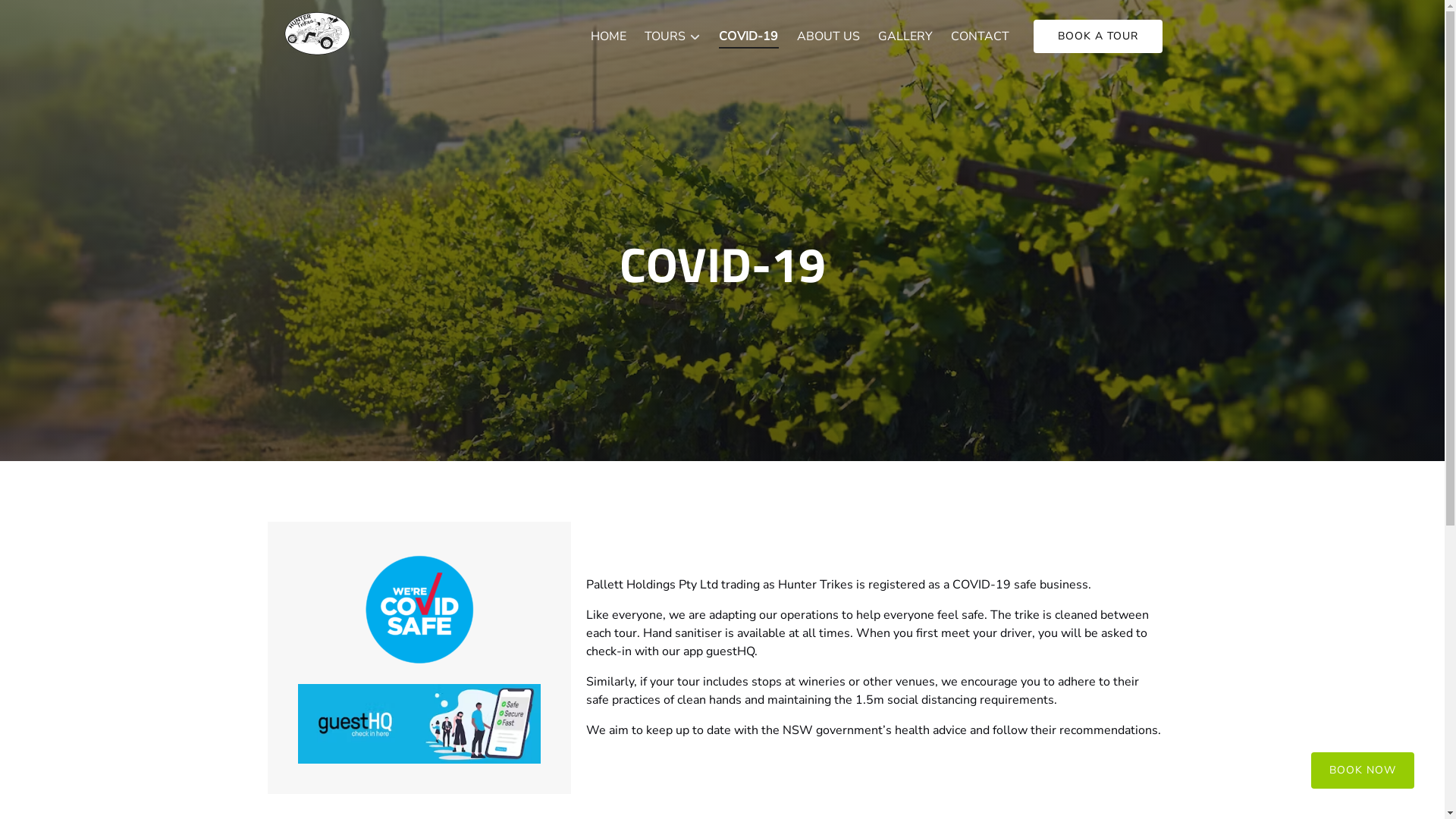 The width and height of the screenshot is (1456, 819). Describe the element at coordinates (608, 35) in the screenshot. I see `'HOME'` at that location.